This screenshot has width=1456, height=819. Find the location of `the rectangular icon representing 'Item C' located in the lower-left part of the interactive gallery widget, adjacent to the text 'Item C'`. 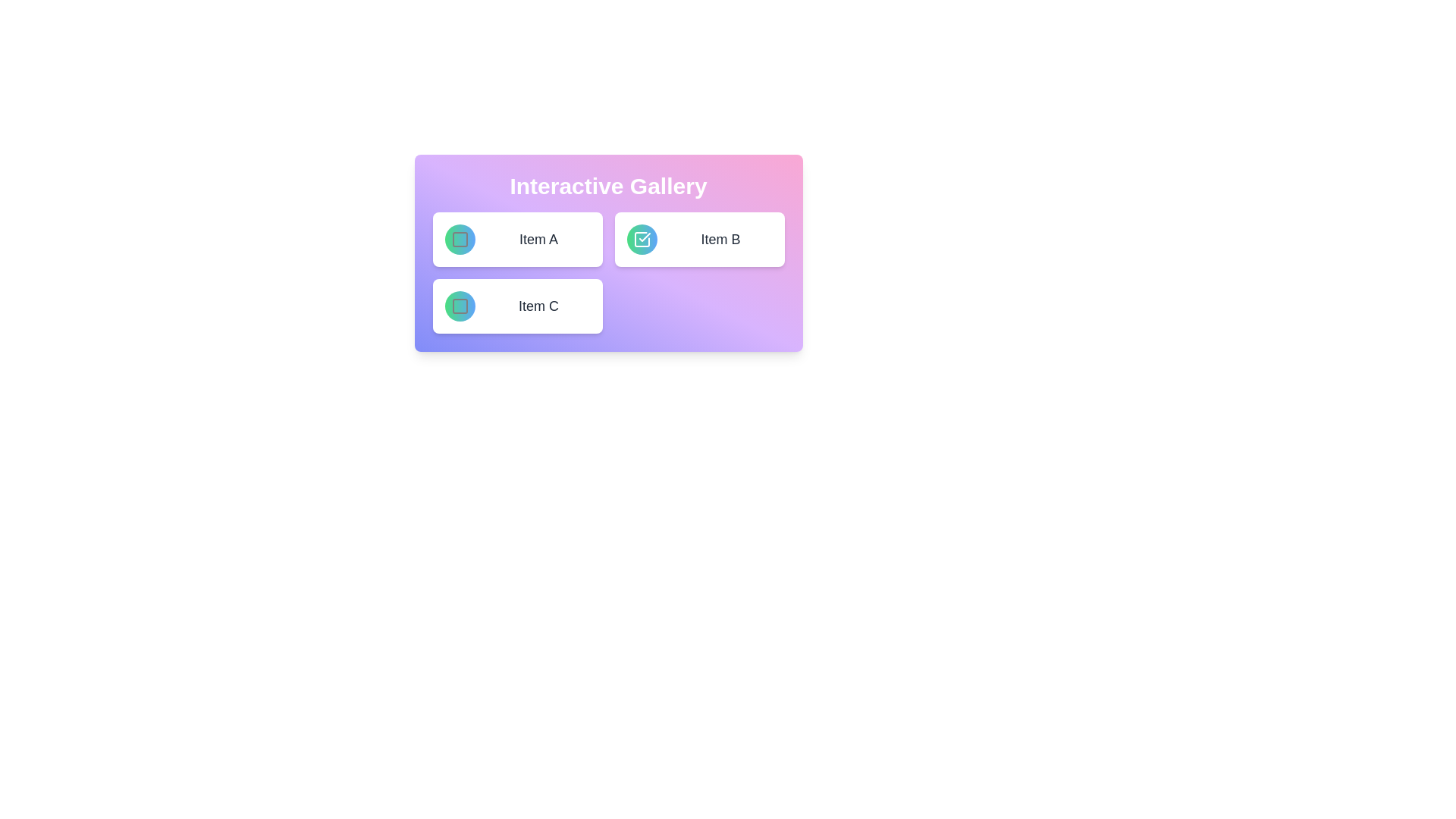

the rectangular icon representing 'Item C' located in the lower-left part of the interactive gallery widget, adjacent to the text 'Item C' is located at coordinates (459, 306).